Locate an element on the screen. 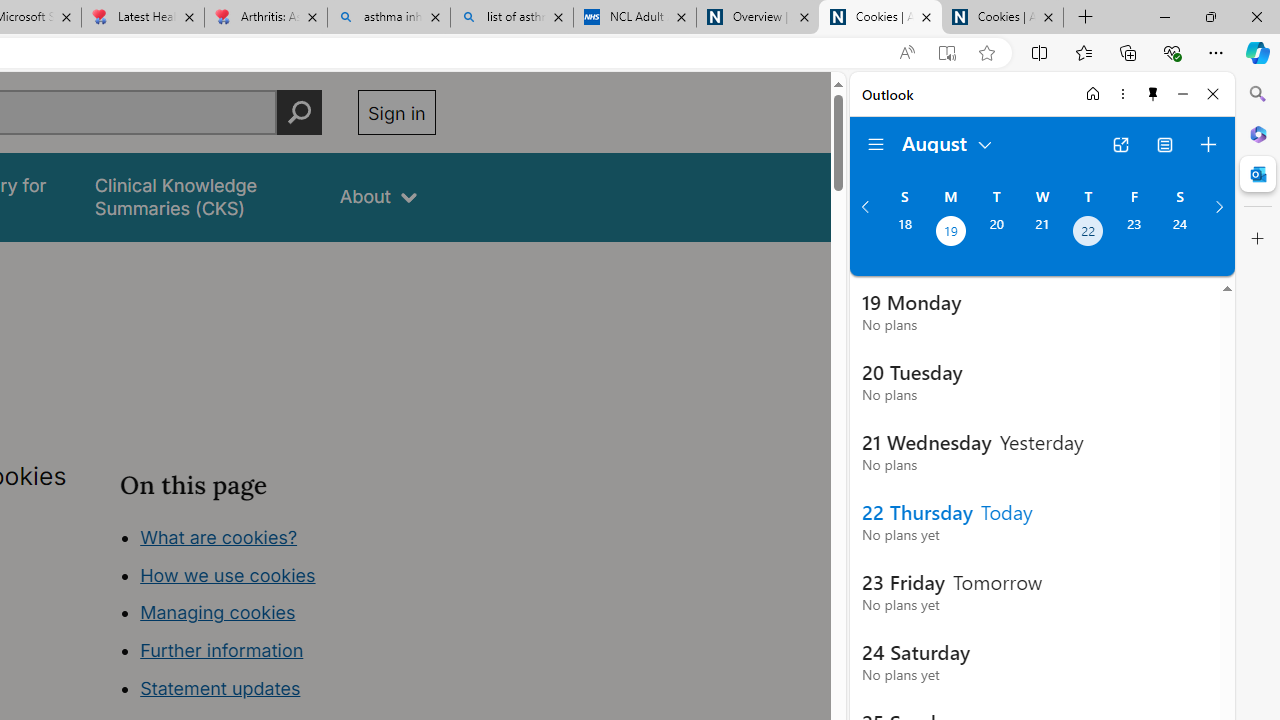 Image resolution: width=1280 pixels, height=720 pixels. 'Further information' is located at coordinates (222, 650).